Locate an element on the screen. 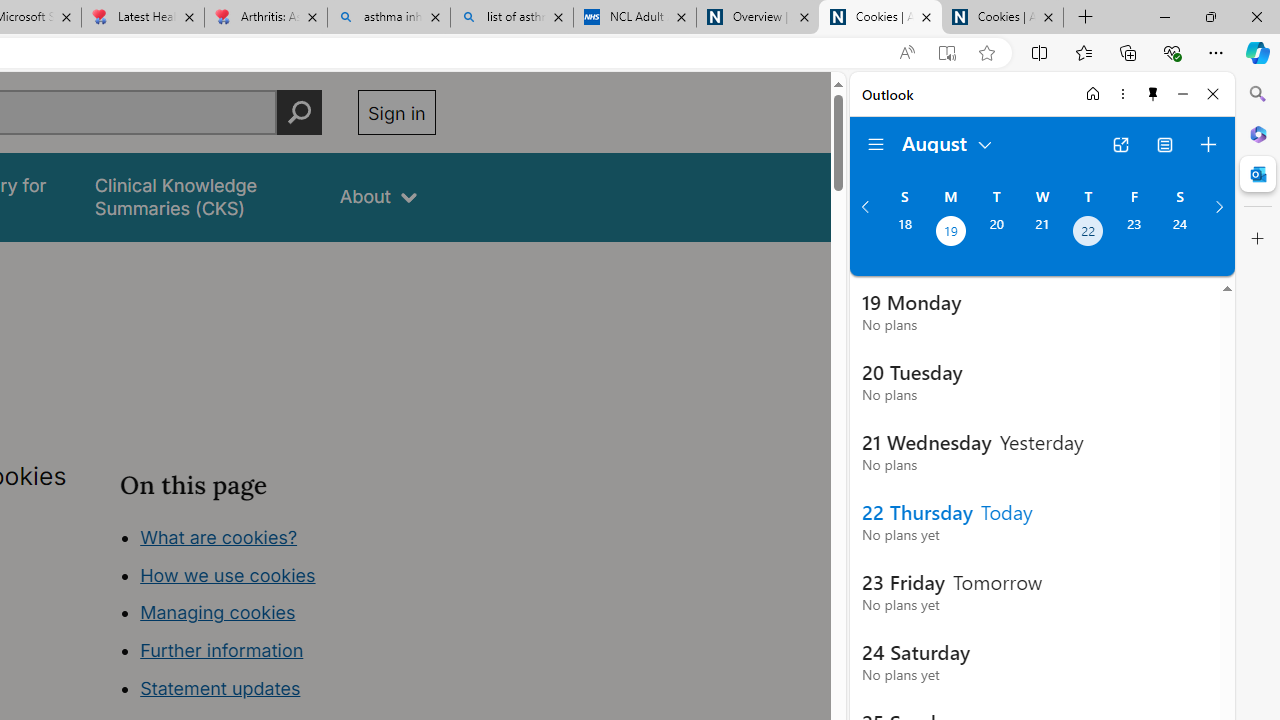 Image resolution: width=1280 pixels, height=720 pixels. 'Further information' is located at coordinates (222, 650).